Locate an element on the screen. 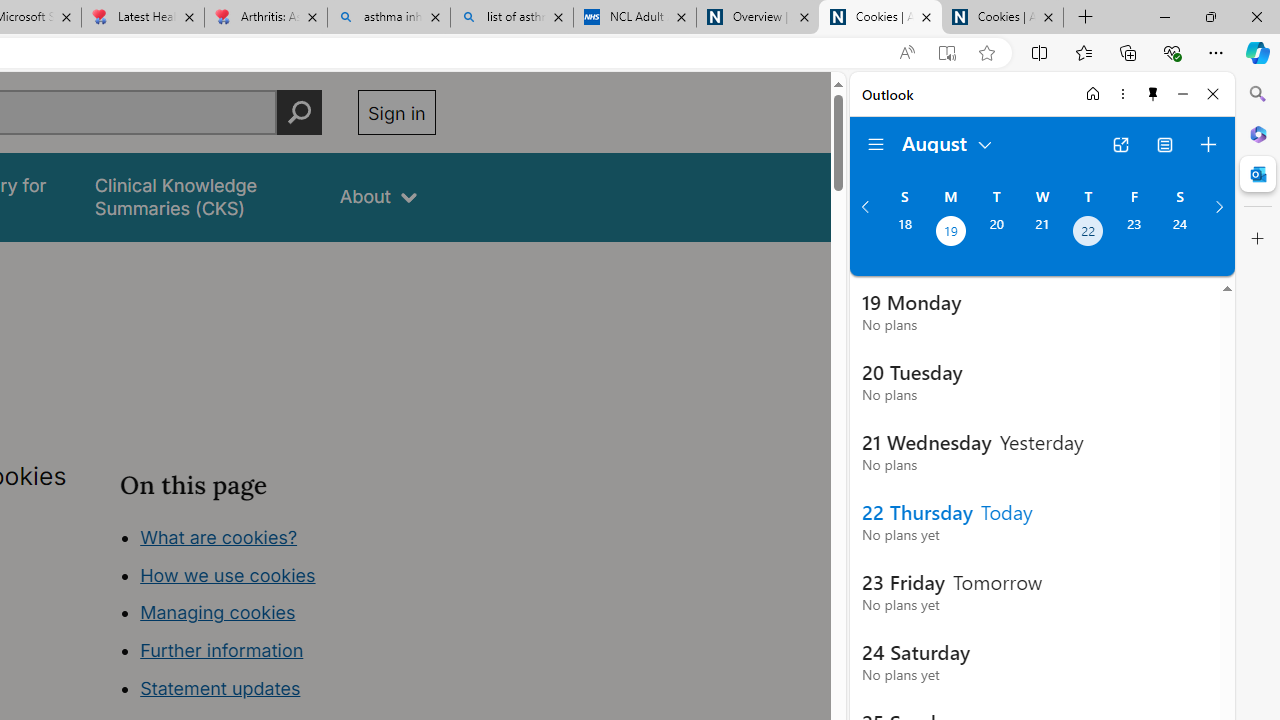 Image resolution: width=1280 pixels, height=720 pixels. 'Further information' is located at coordinates (222, 650).